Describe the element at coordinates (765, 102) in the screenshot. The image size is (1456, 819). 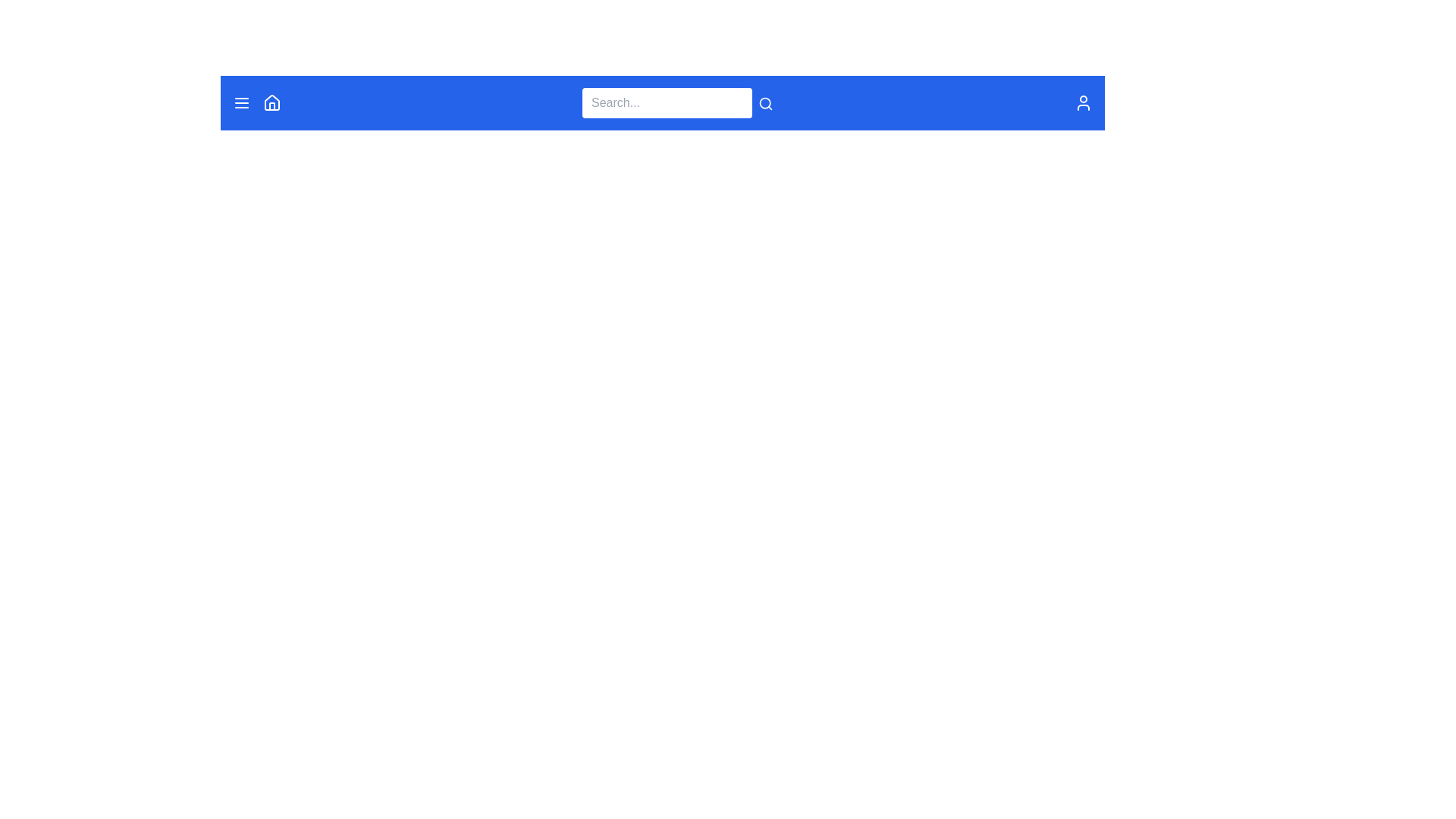
I see `the central circular component of the magnifying glass icon located in the blue navigation bar to the right of the search input field` at that location.